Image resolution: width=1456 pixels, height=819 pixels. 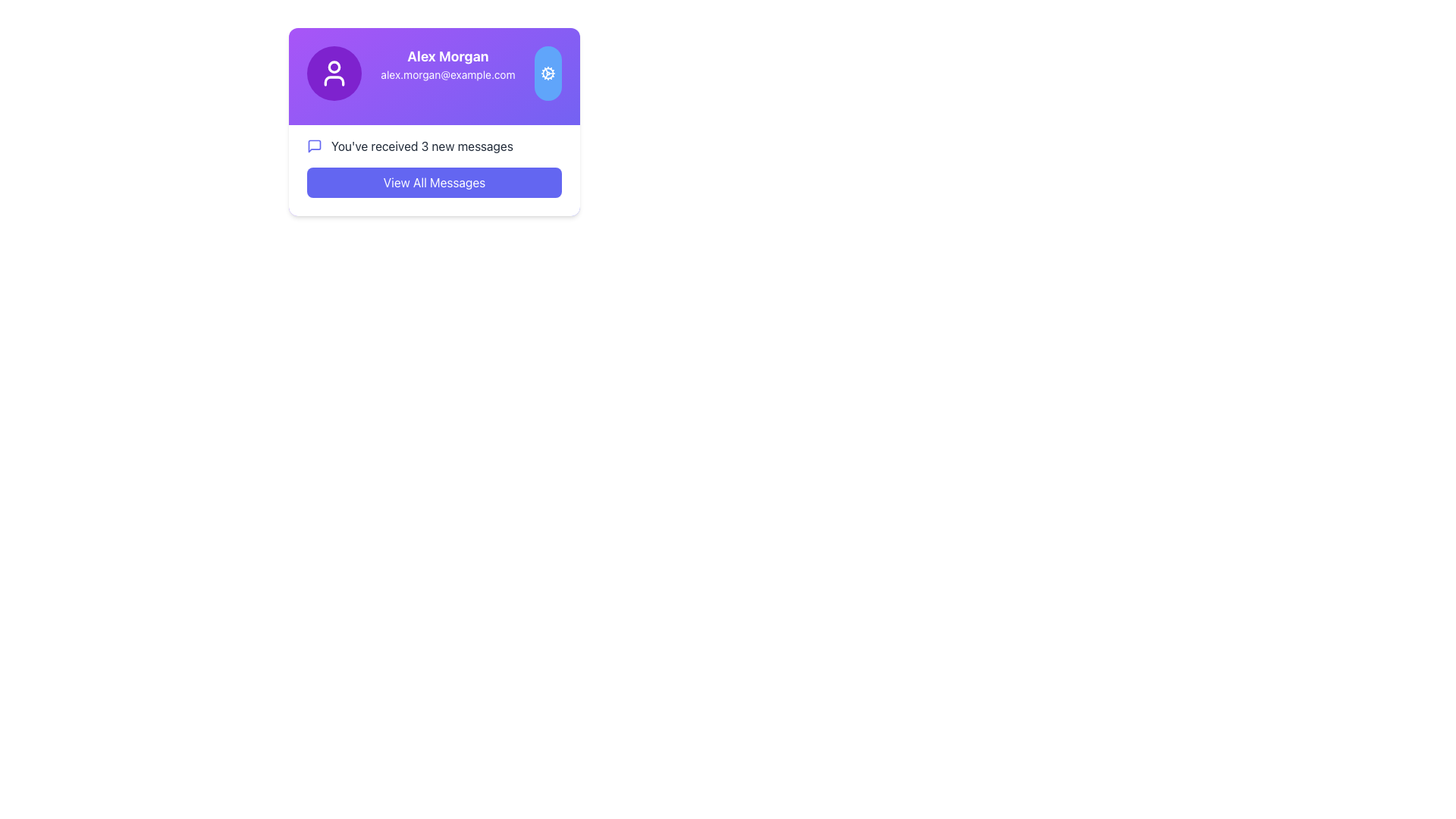 What do you see at coordinates (433, 181) in the screenshot?
I see `the button located below the text 'You've received 3 new messages' to observe its hover effect` at bounding box center [433, 181].